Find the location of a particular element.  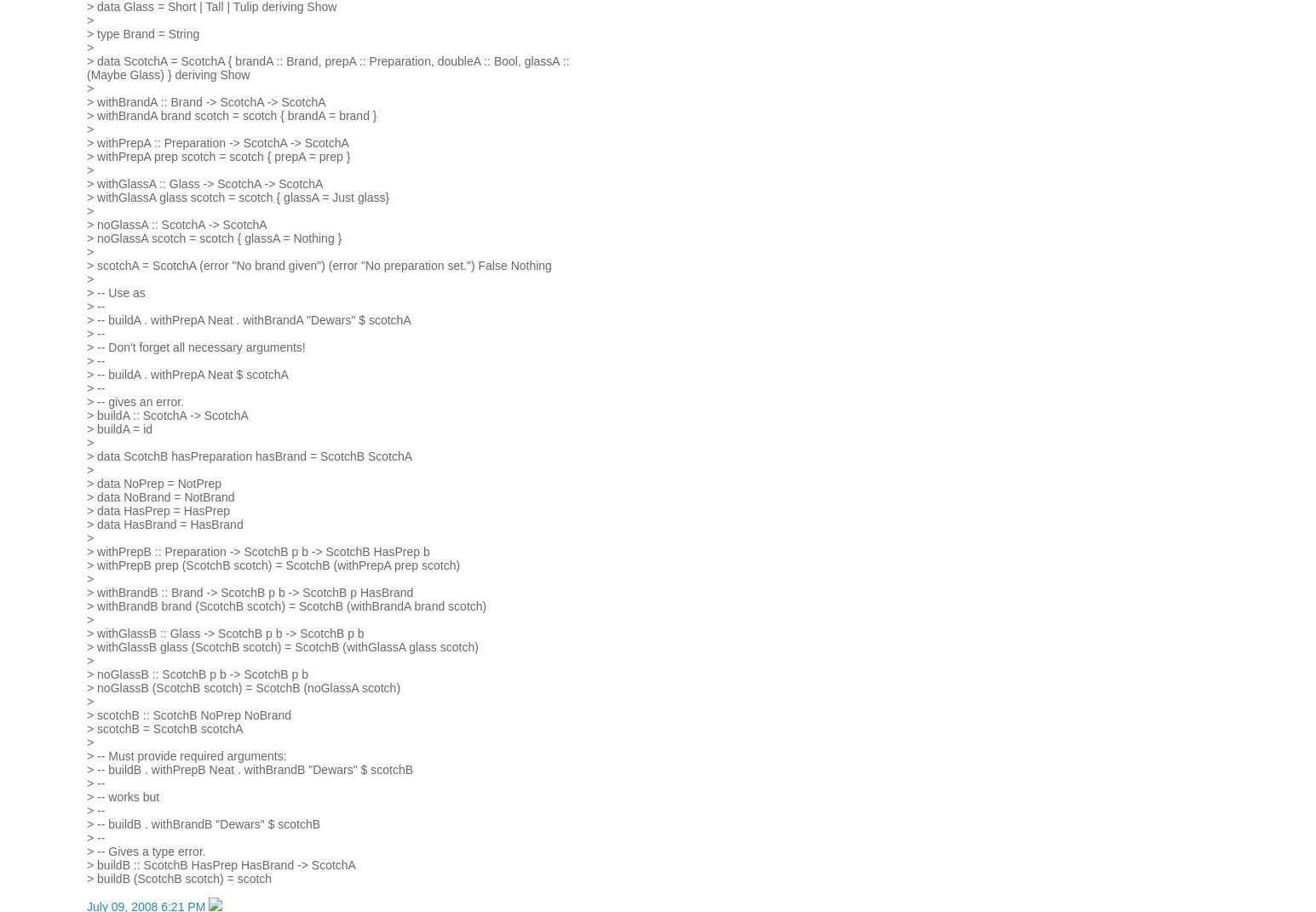

'> buildB :: ScotchB HasPrep HasBrand -> ScotchA' is located at coordinates (221, 864).